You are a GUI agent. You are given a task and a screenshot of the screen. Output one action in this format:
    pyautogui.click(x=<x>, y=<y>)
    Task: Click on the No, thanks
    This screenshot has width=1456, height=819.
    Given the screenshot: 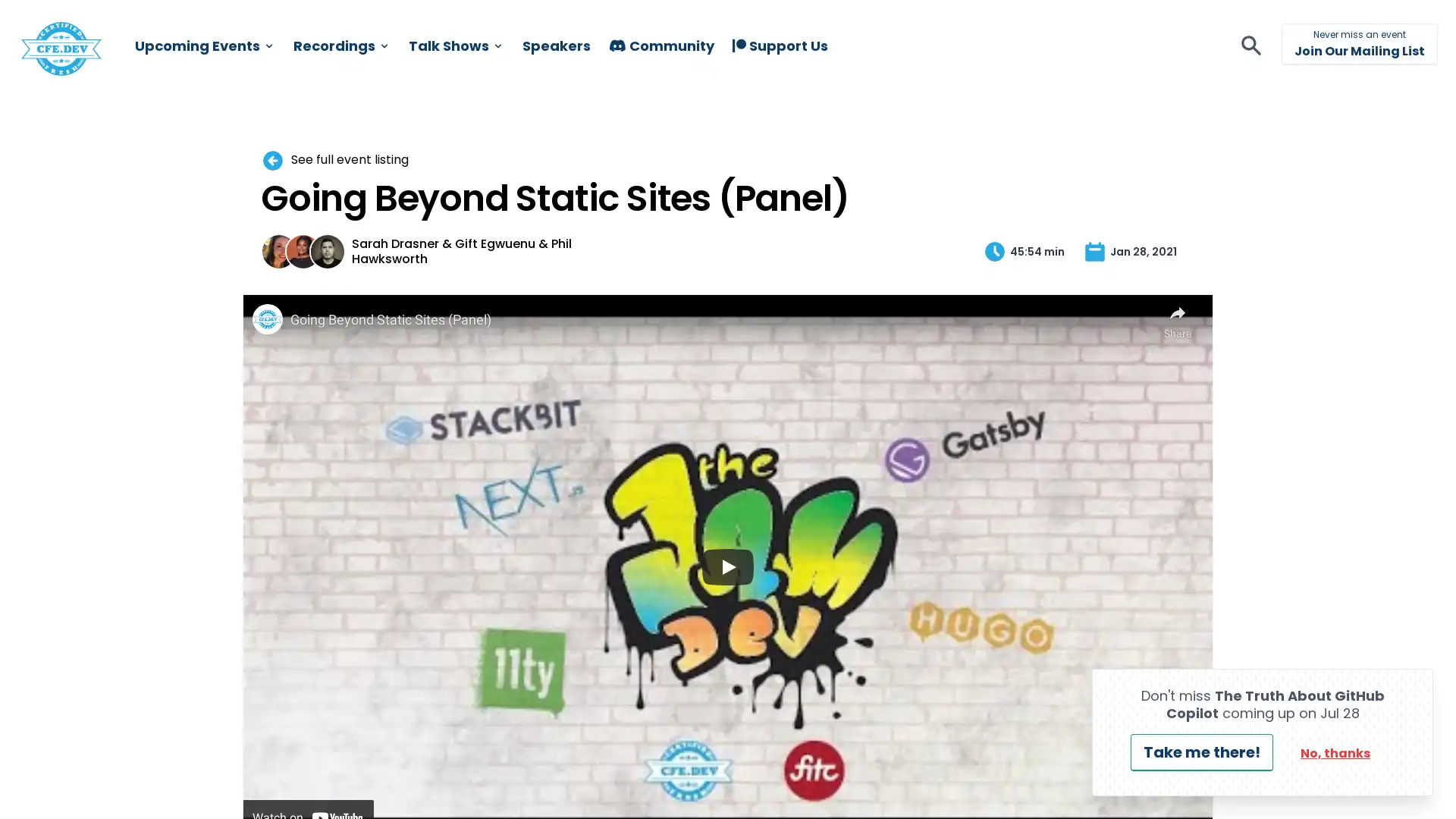 What is the action you would take?
    pyautogui.click(x=1335, y=754)
    